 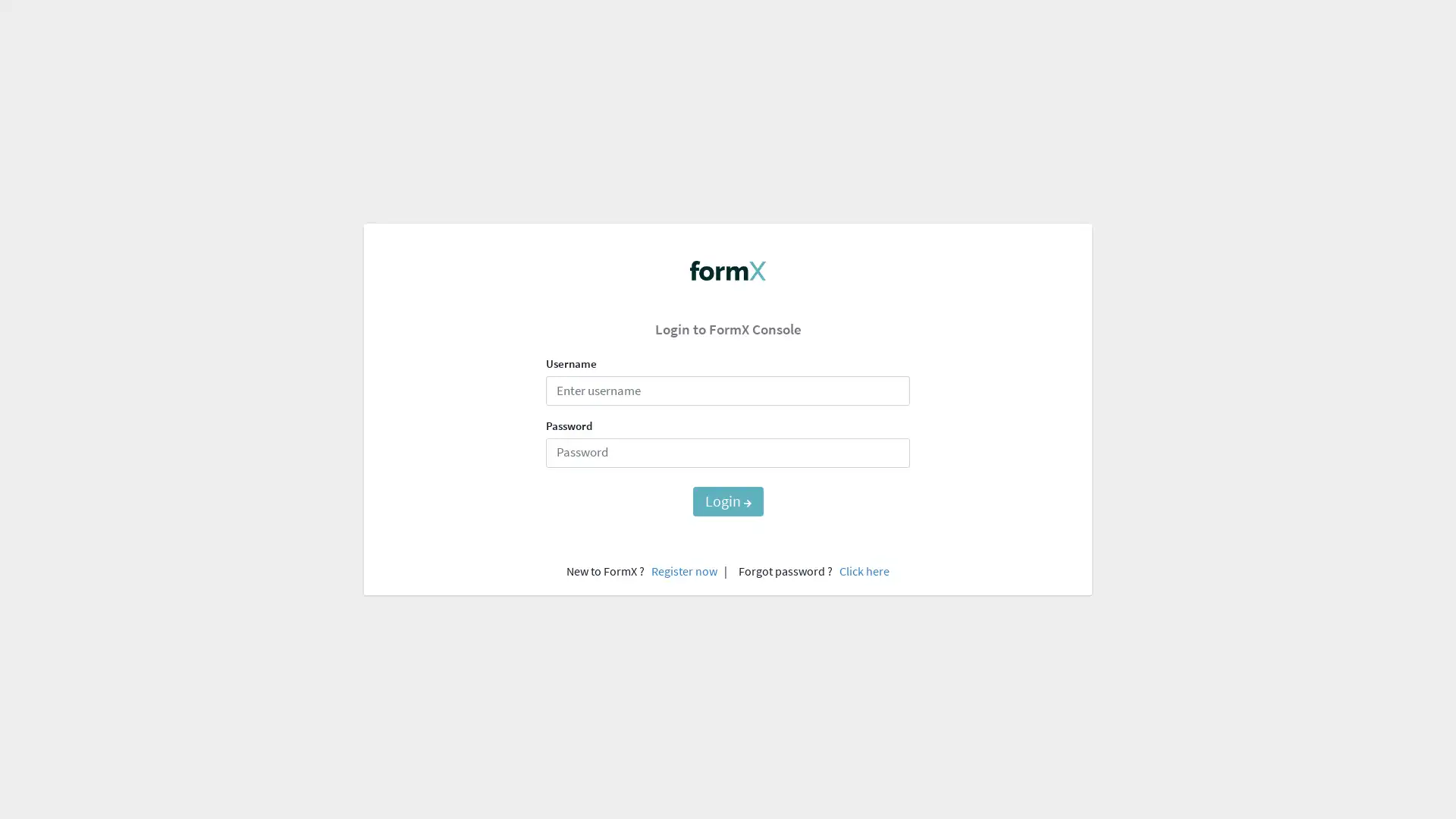 What do you see at coordinates (726, 500) in the screenshot?
I see `Login` at bounding box center [726, 500].